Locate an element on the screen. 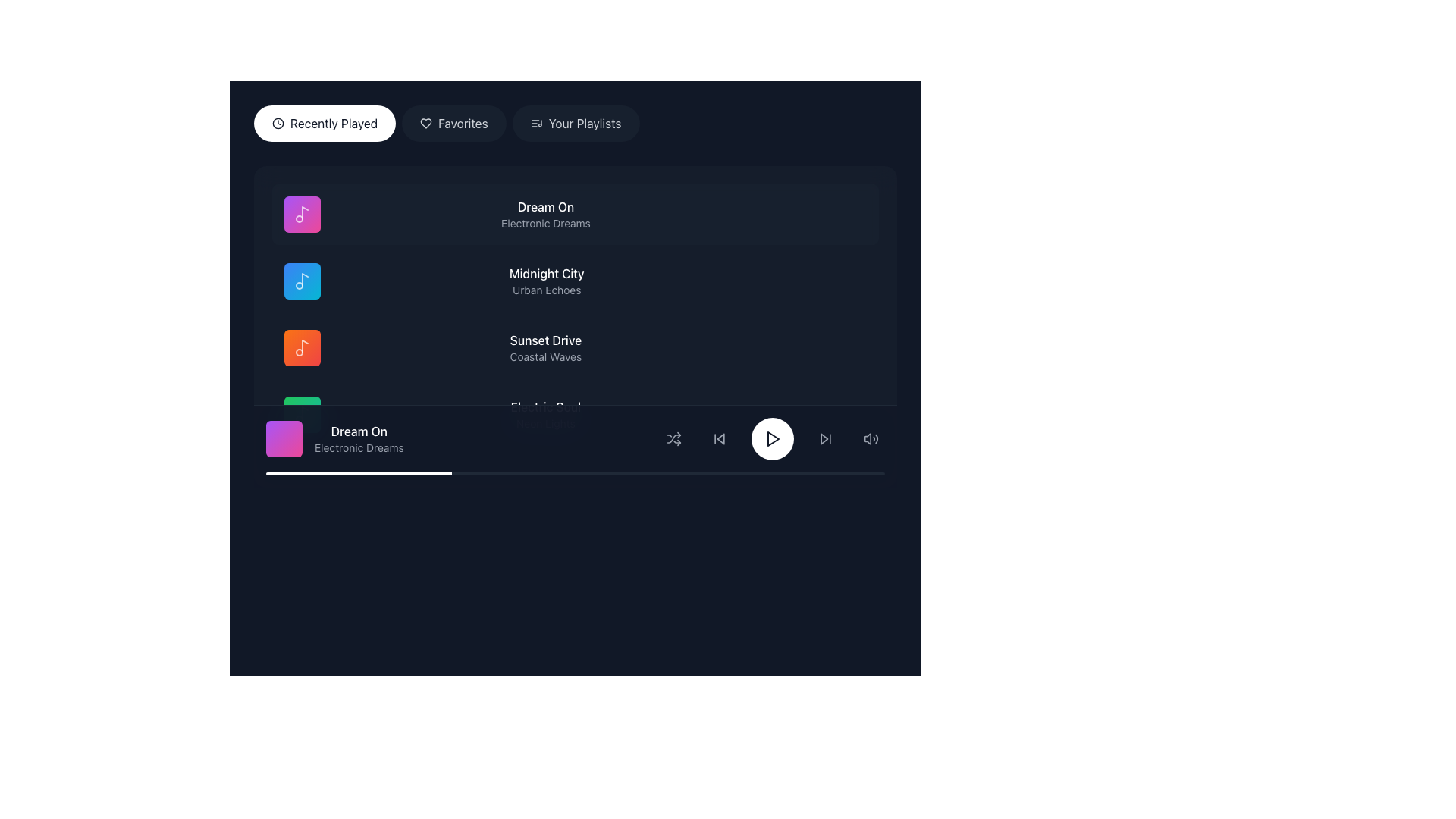 Image resolution: width=1456 pixels, height=819 pixels. the fourth interactive music track item located at the bottom of the vertical list to view context menu options is located at coordinates (574, 415).